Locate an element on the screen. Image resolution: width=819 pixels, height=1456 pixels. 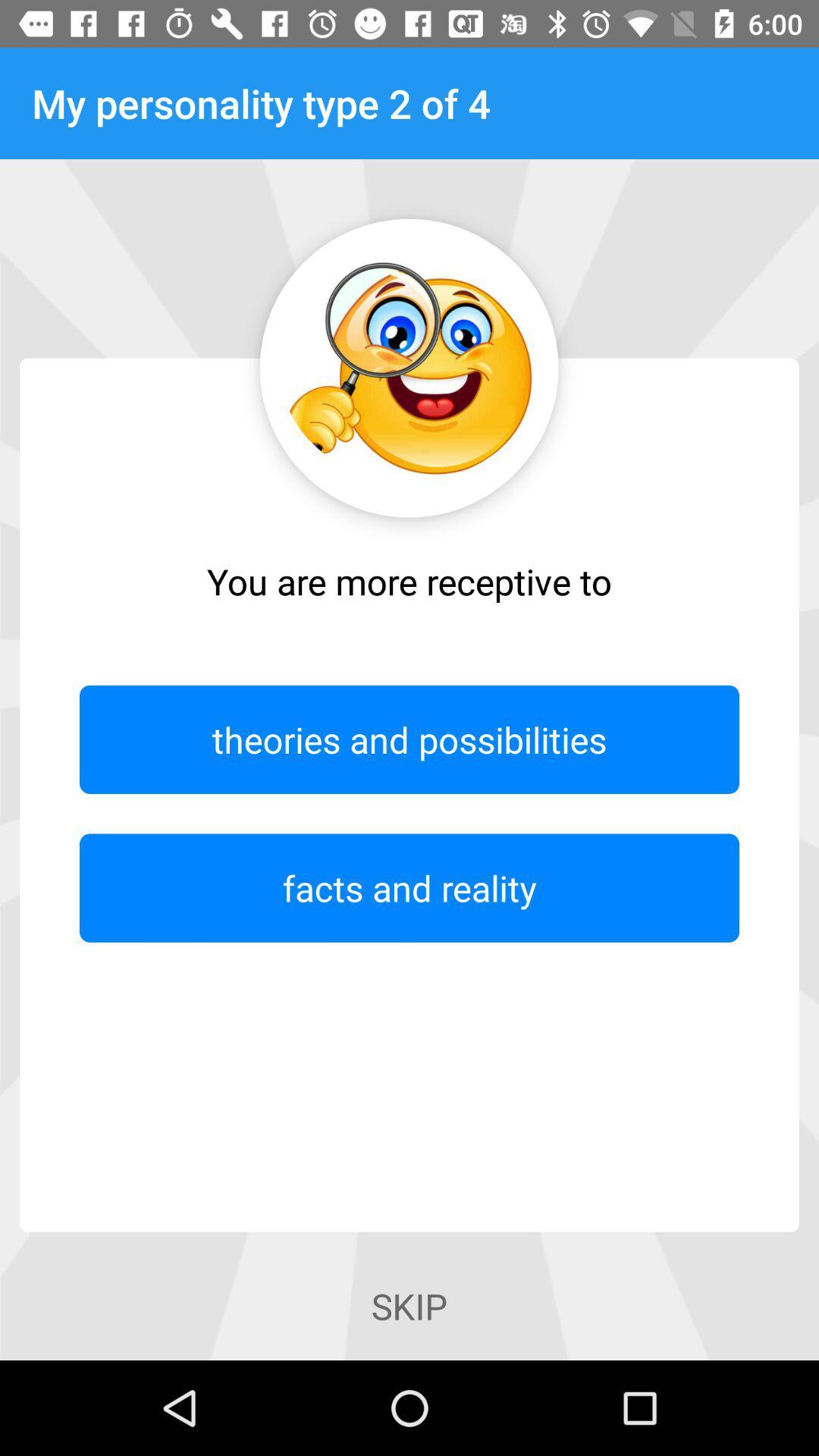
skip is located at coordinates (409, 1305).